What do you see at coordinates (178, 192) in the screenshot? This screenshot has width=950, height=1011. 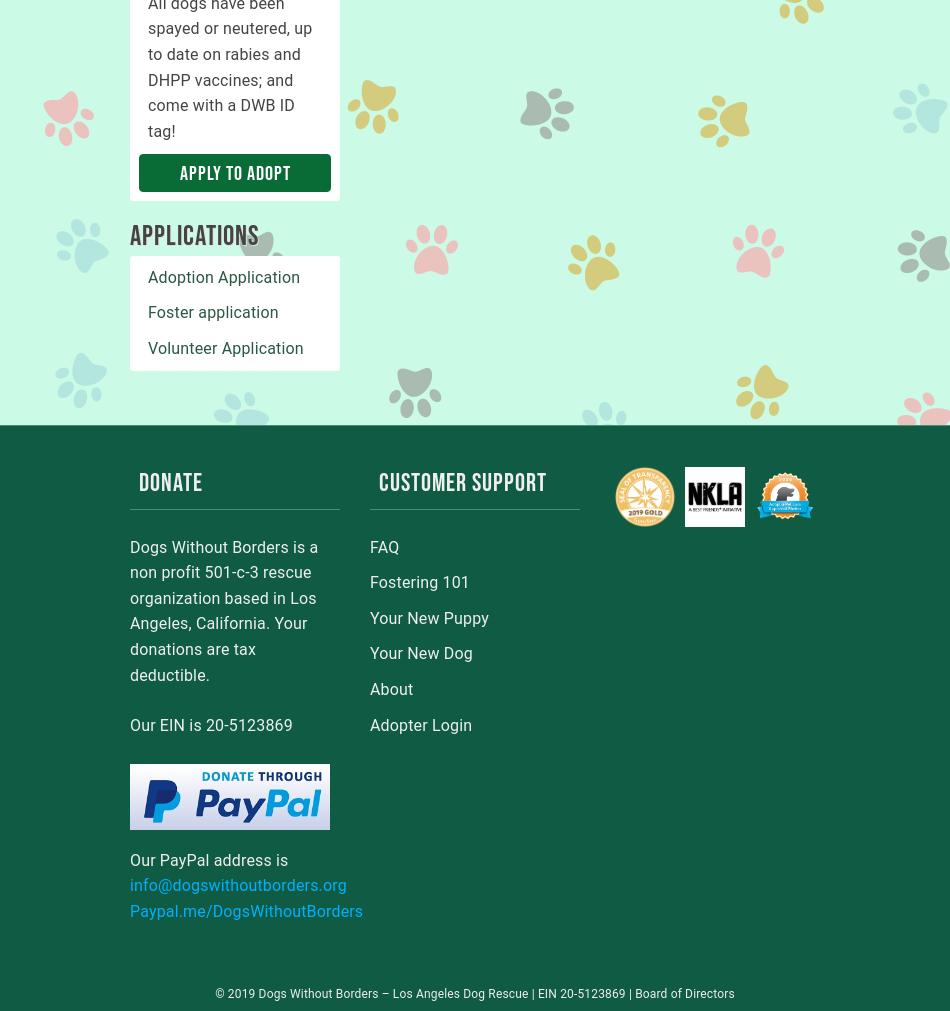 I see `'Apply to Adopt Gittl'` at bounding box center [178, 192].